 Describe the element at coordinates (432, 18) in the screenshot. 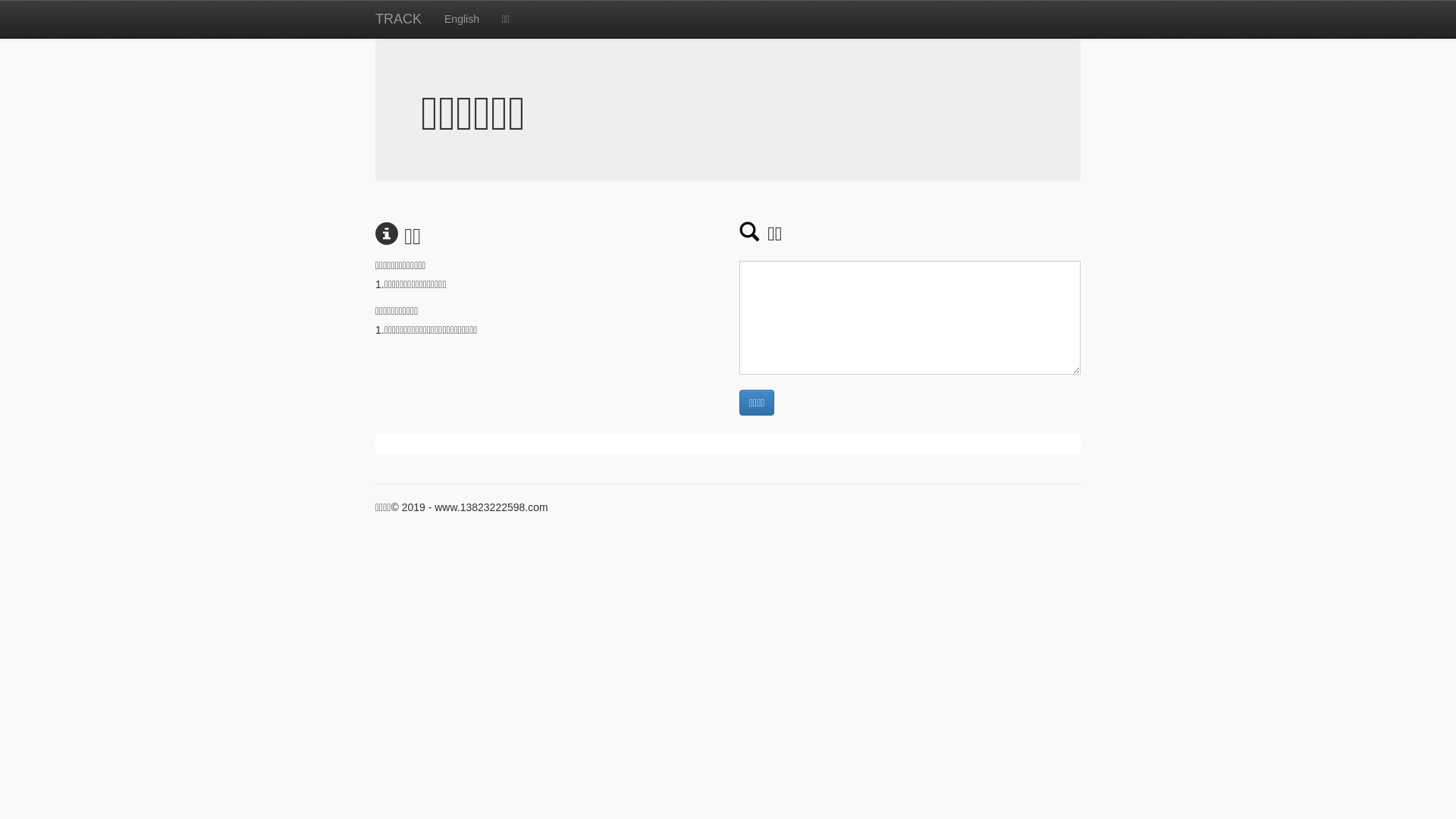

I see `'English'` at that location.